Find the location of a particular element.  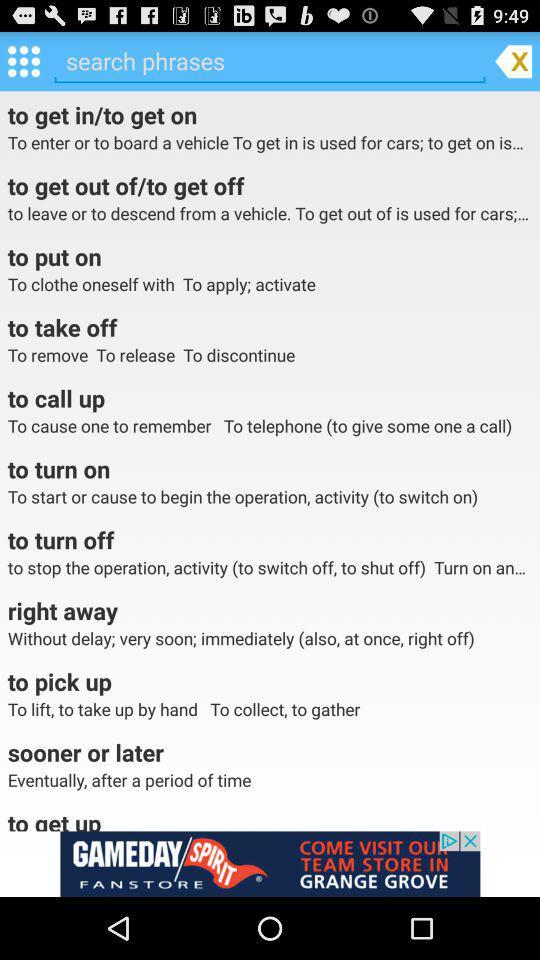

open search bar is located at coordinates (270, 61).